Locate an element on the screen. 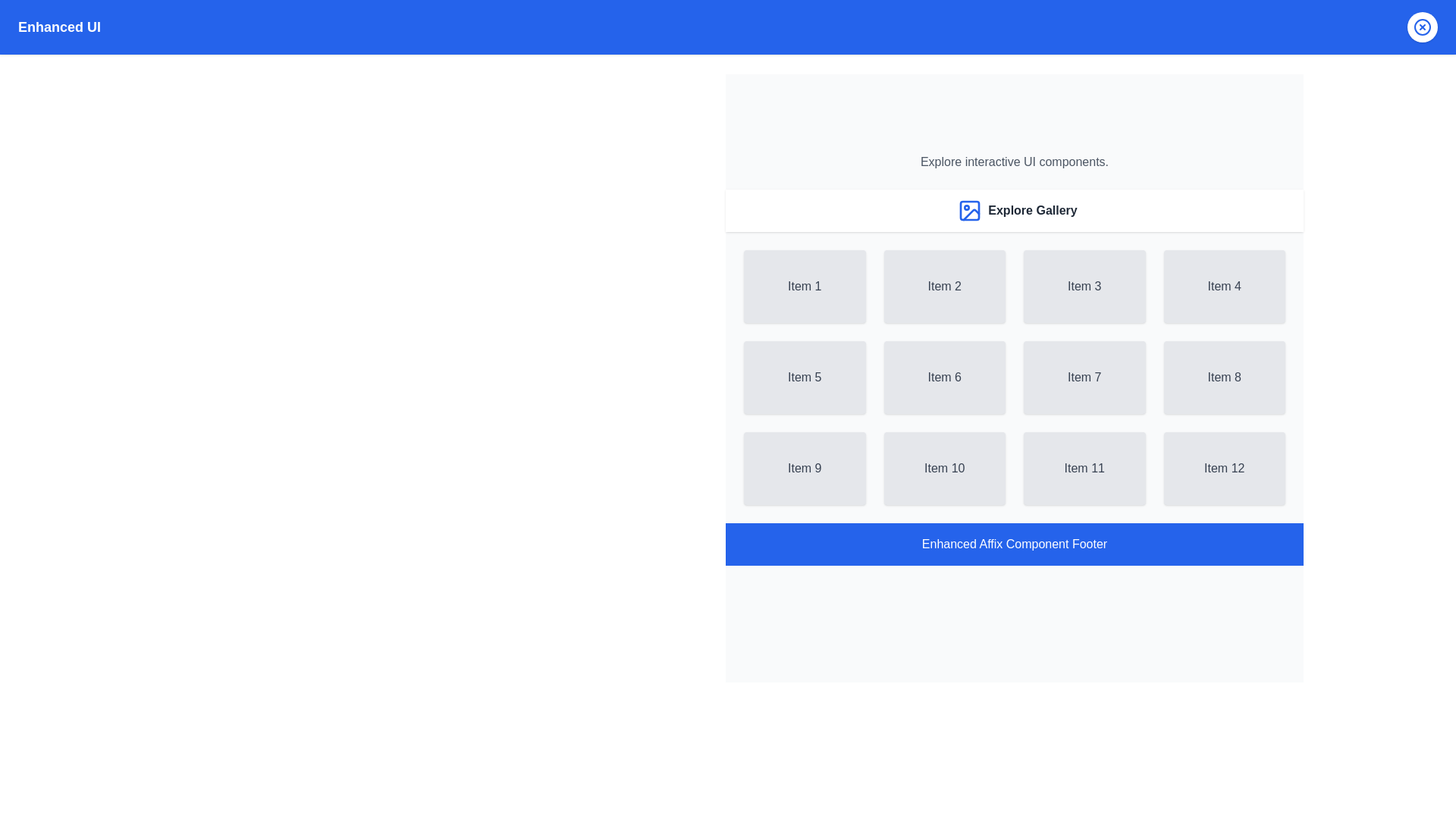 This screenshot has height=819, width=1456. the button-like grid item labeled 'Item 10' by navigating via keyboard, if possible is located at coordinates (943, 467).